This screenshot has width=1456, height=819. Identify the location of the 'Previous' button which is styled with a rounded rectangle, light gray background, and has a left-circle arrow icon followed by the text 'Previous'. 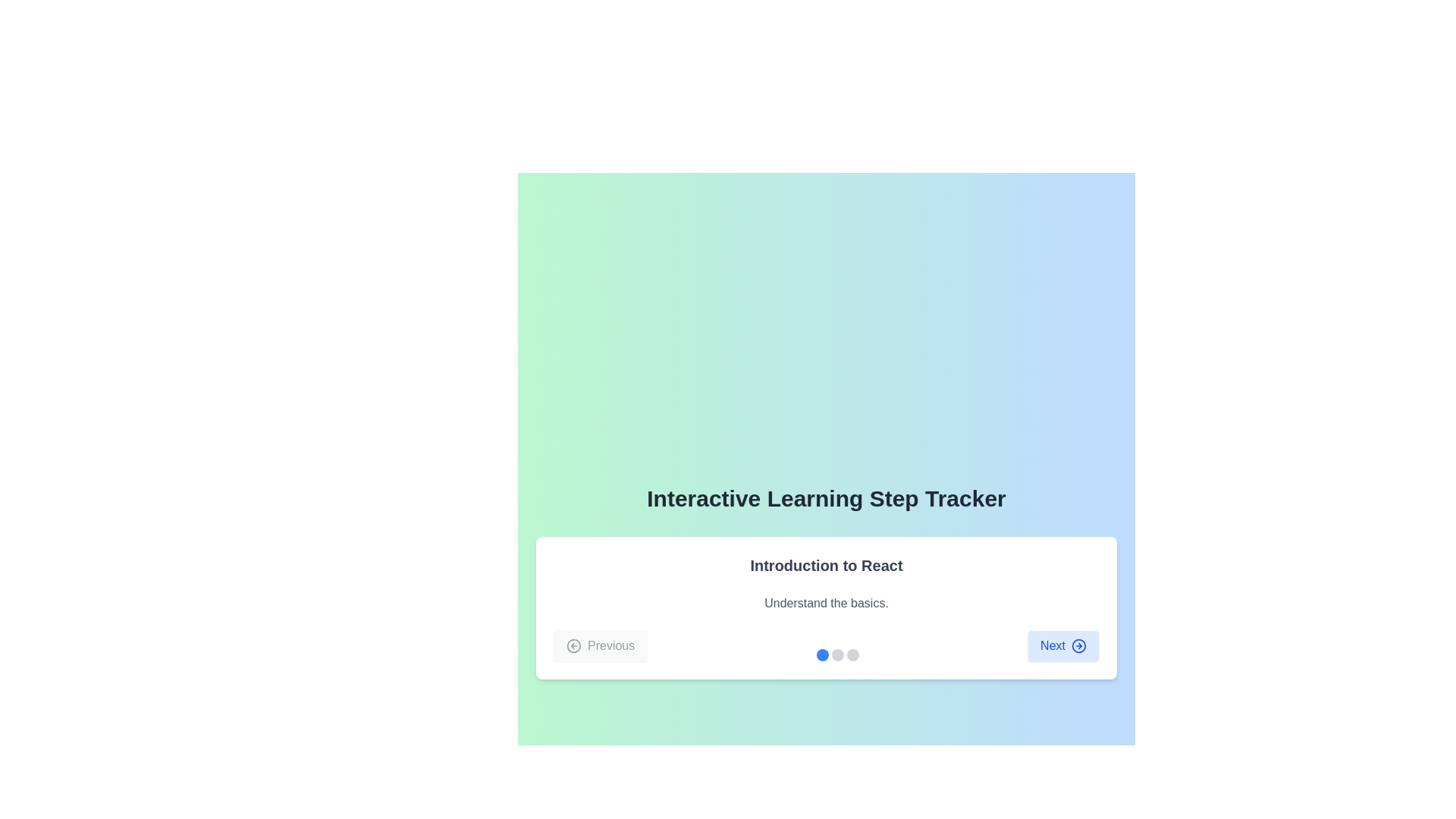
(600, 646).